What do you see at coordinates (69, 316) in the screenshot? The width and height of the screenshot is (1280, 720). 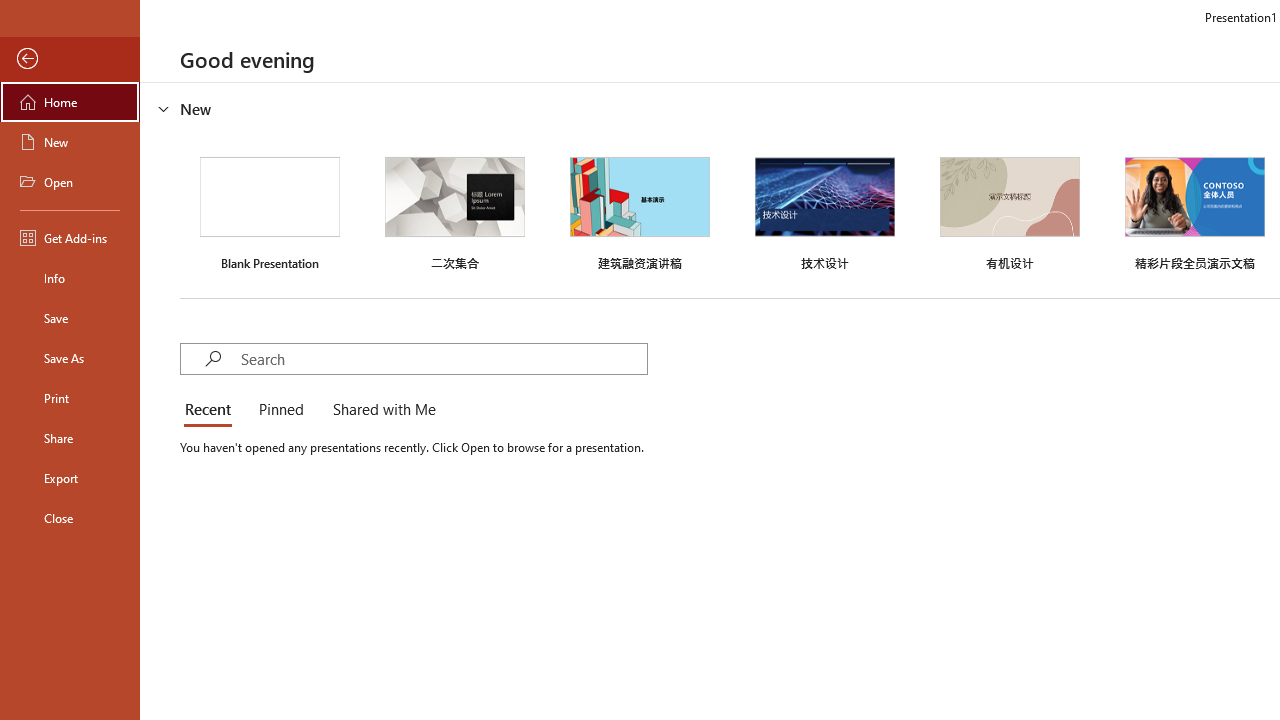 I see `'Save'` at bounding box center [69, 316].